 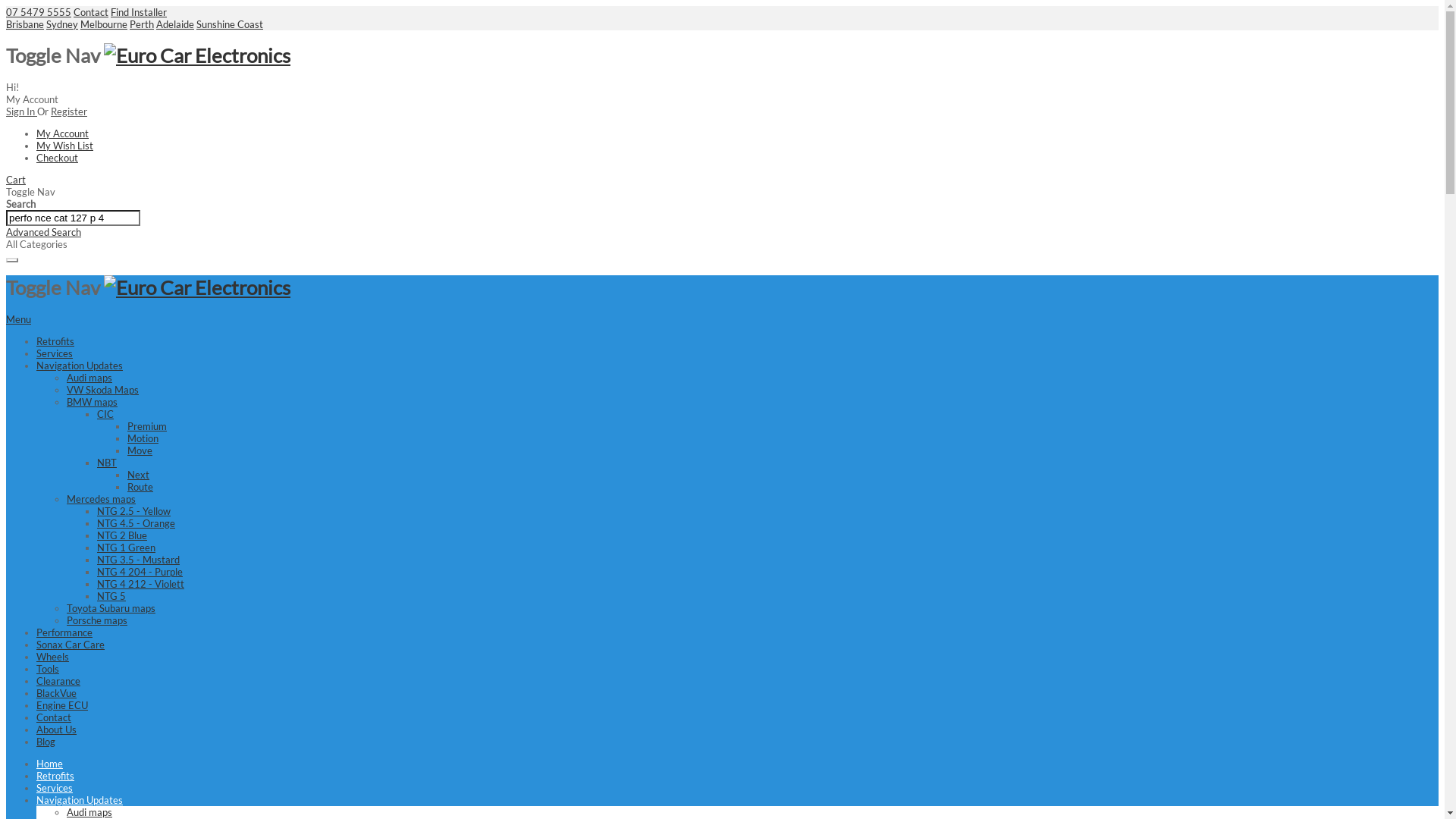 I want to click on 'Navigation Updates', so click(x=79, y=799).